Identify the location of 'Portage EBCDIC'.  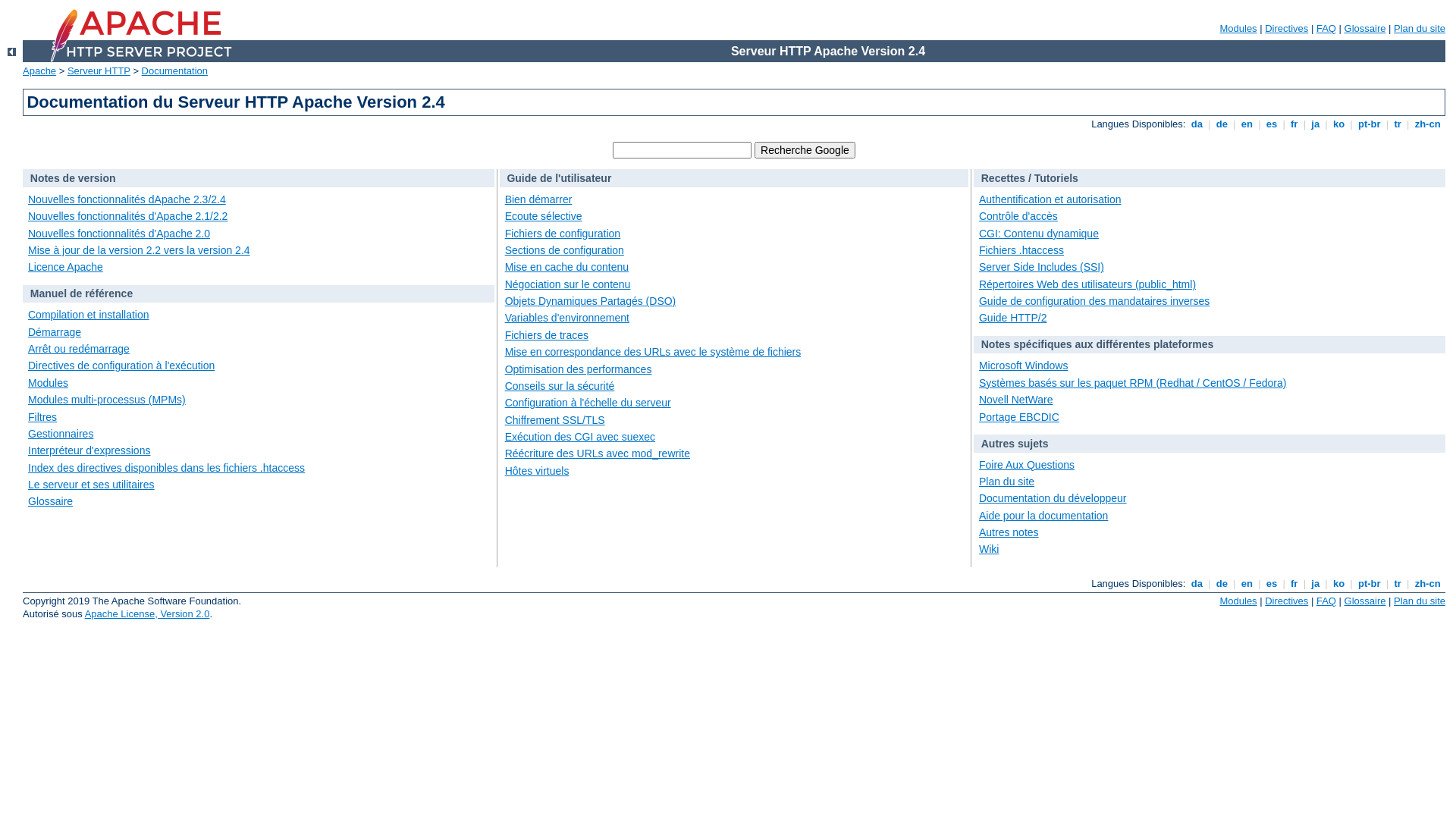
(1019, 417).